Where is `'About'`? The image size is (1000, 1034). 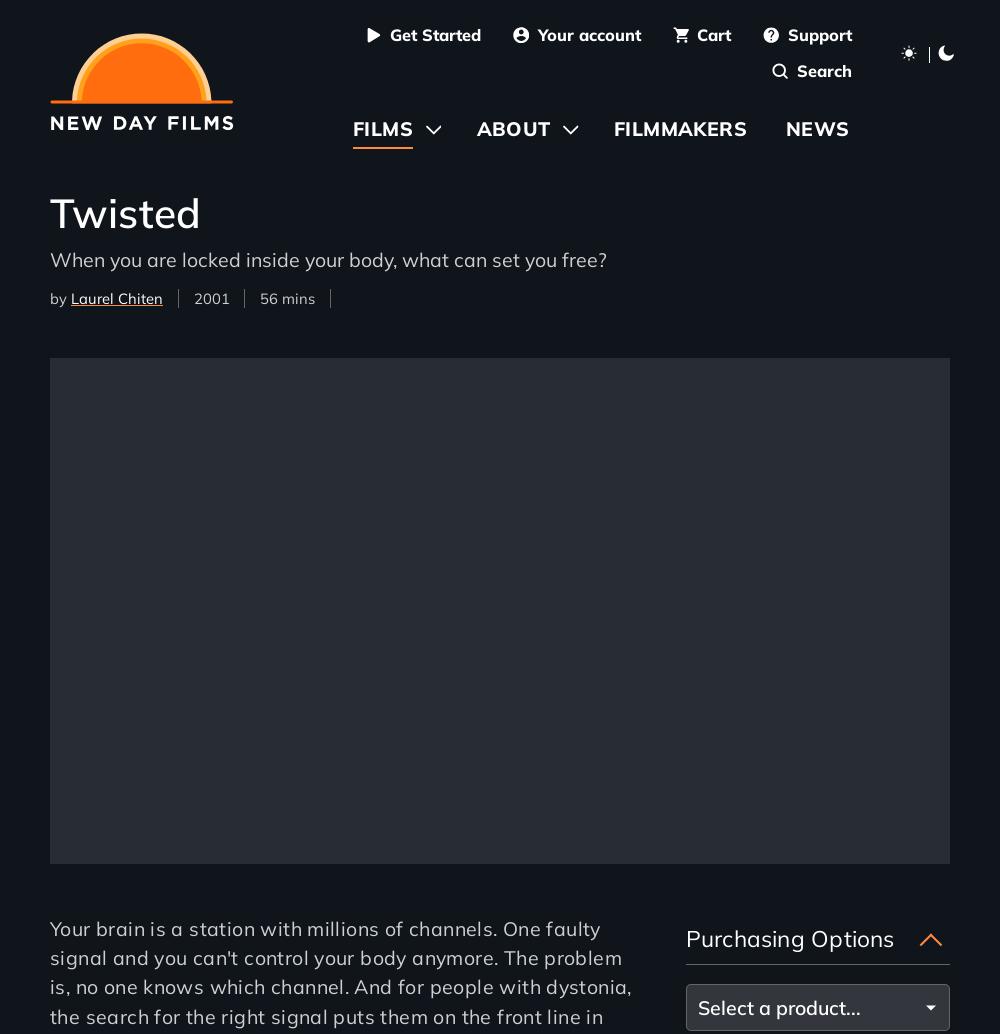 'About' is located at coordinates (513, 127).